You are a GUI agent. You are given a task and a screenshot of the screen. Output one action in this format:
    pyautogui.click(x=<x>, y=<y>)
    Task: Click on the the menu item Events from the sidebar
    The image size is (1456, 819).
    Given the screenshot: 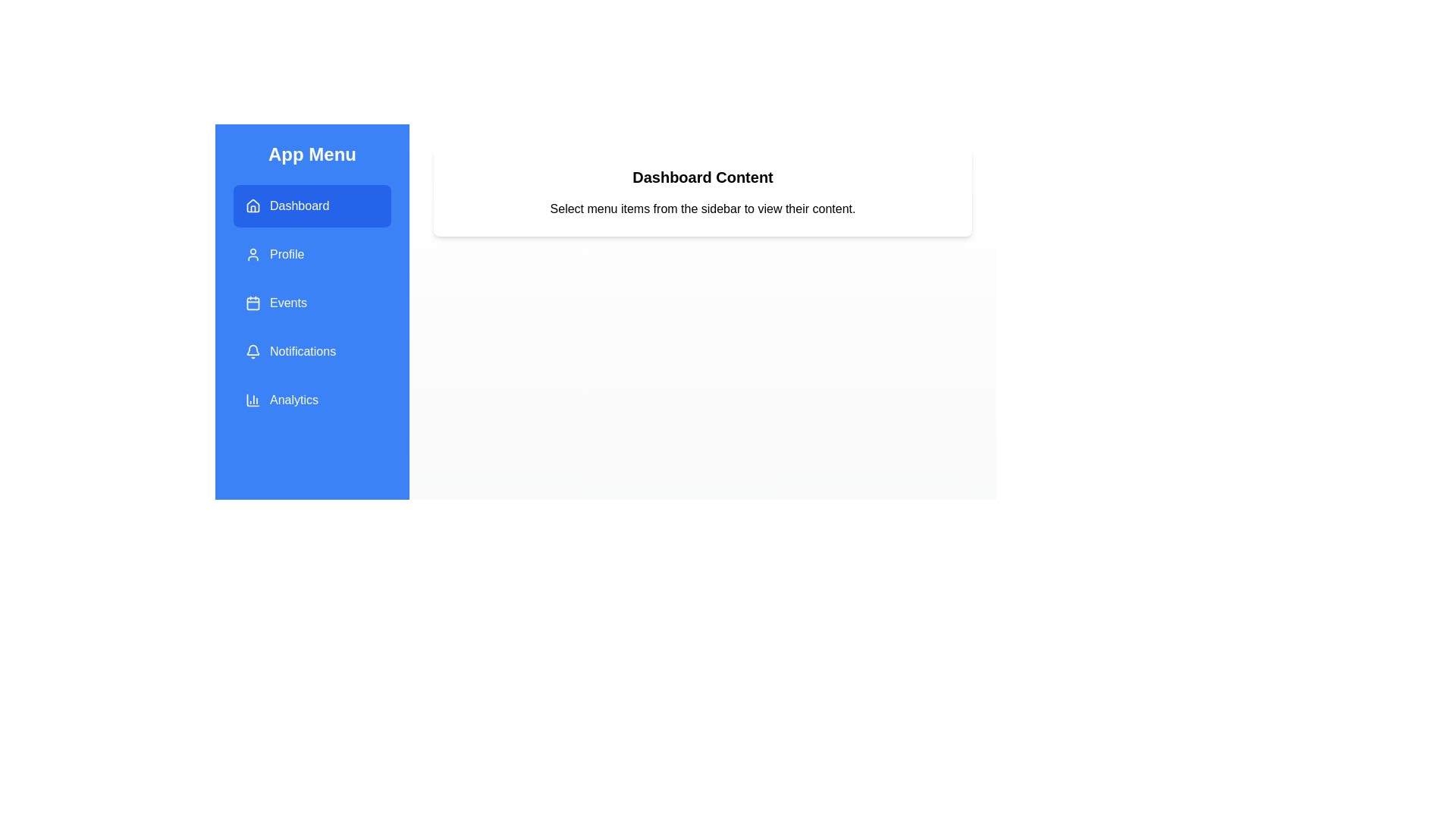 What is the action you would take?
    pyautogui.click(x=312, y=303)
    